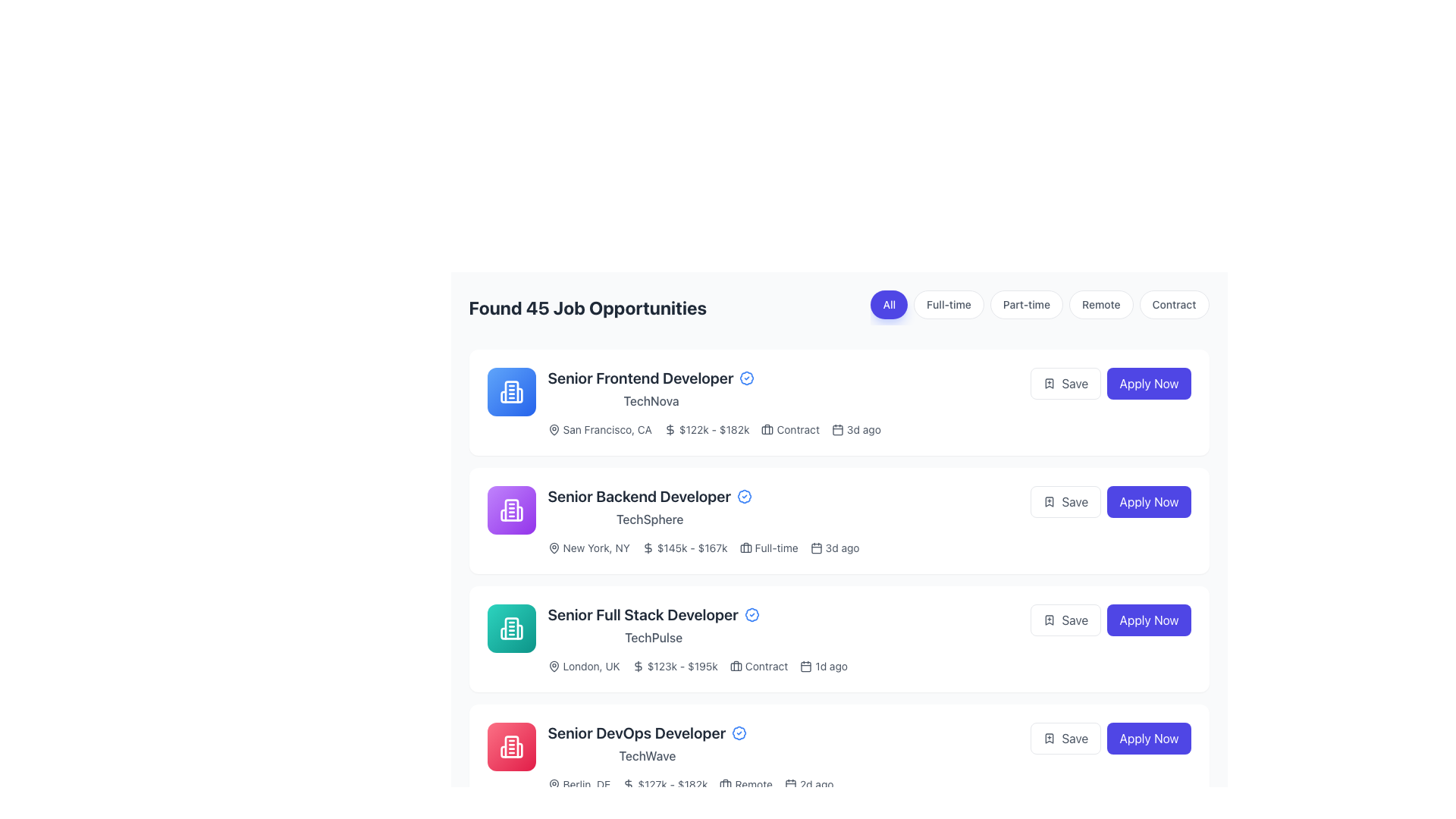 This screenshot has height=819, width=1456. What do you see at coordinates (654, 614) in the screenshot?
I see `the job title text label with attached icon in the third card of the job postings list` at bounding box center [654, 614].